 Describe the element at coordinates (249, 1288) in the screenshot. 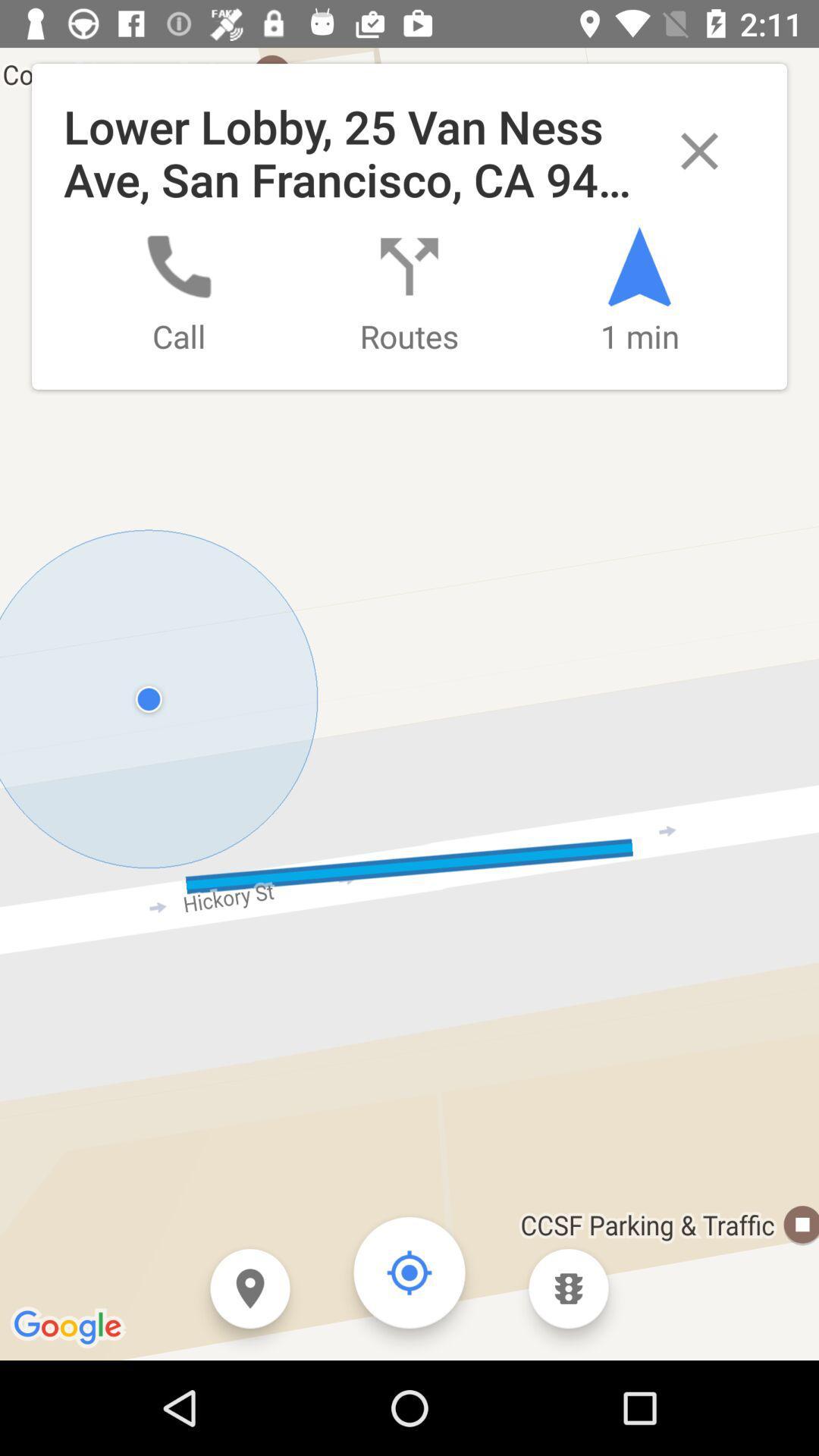

I see `show destination` at that location.